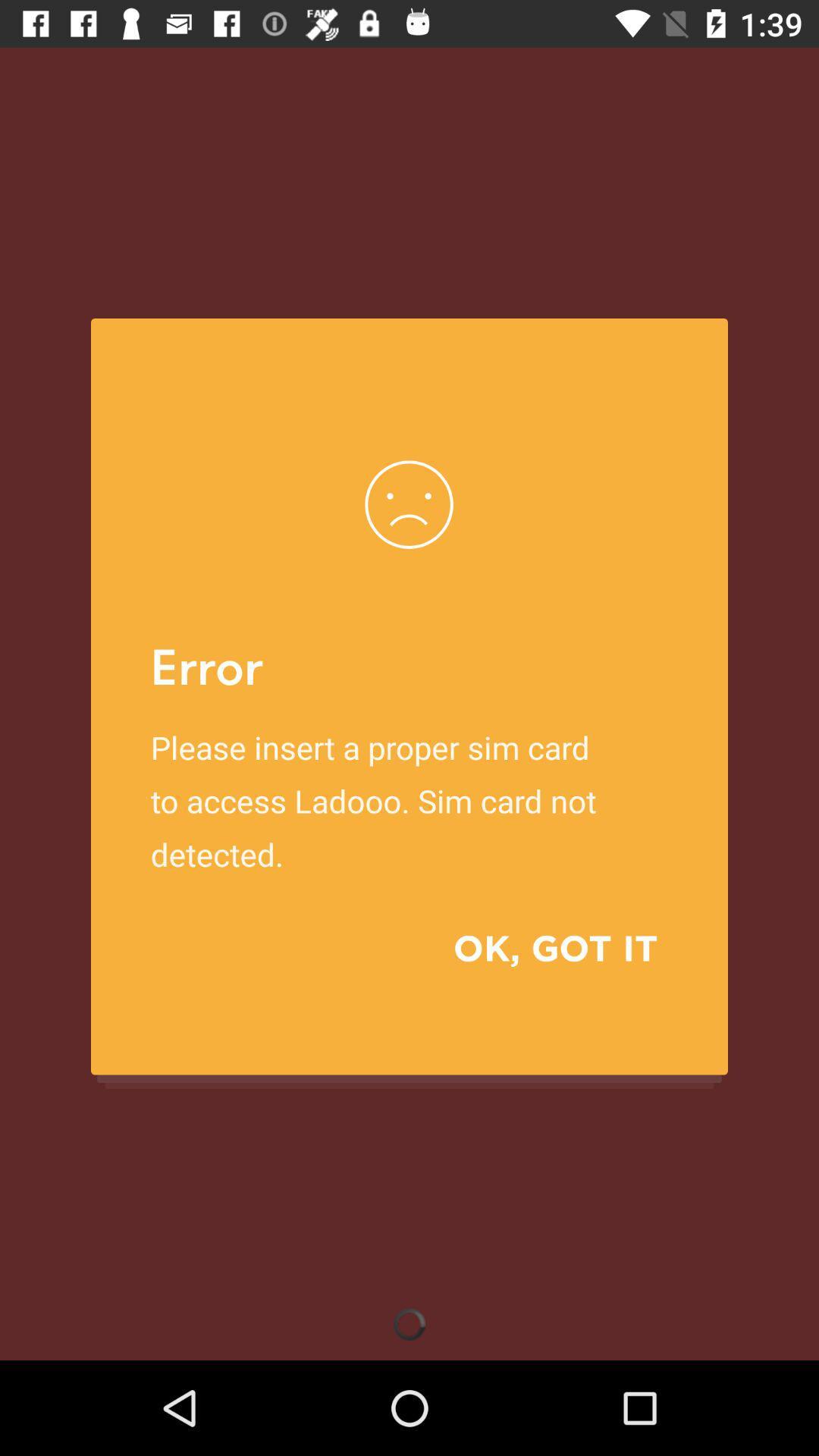 This screenshot has height=1456, width=819. I want to click on the icon below the please insert a, so click(532, 947).